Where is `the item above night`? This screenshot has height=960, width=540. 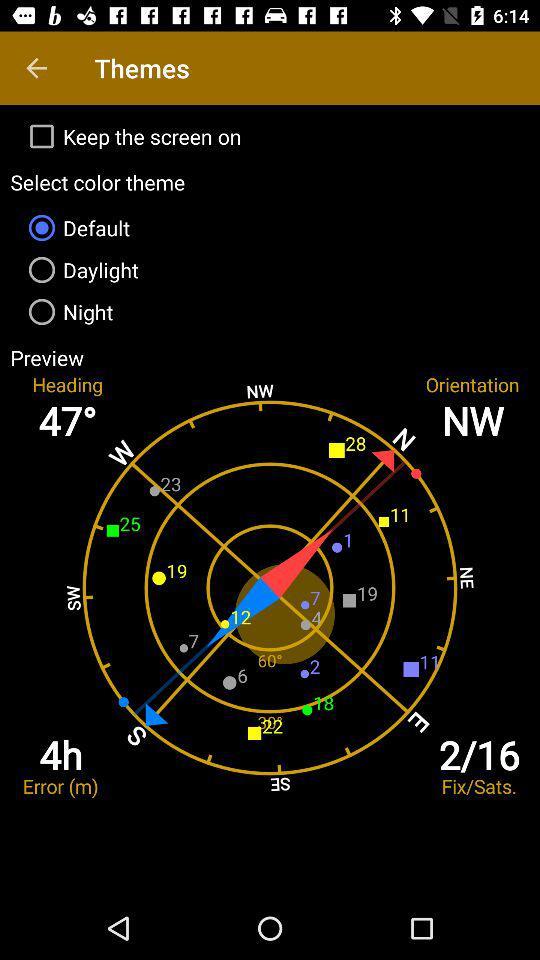
the item above night is located at coordinates (270, 268).